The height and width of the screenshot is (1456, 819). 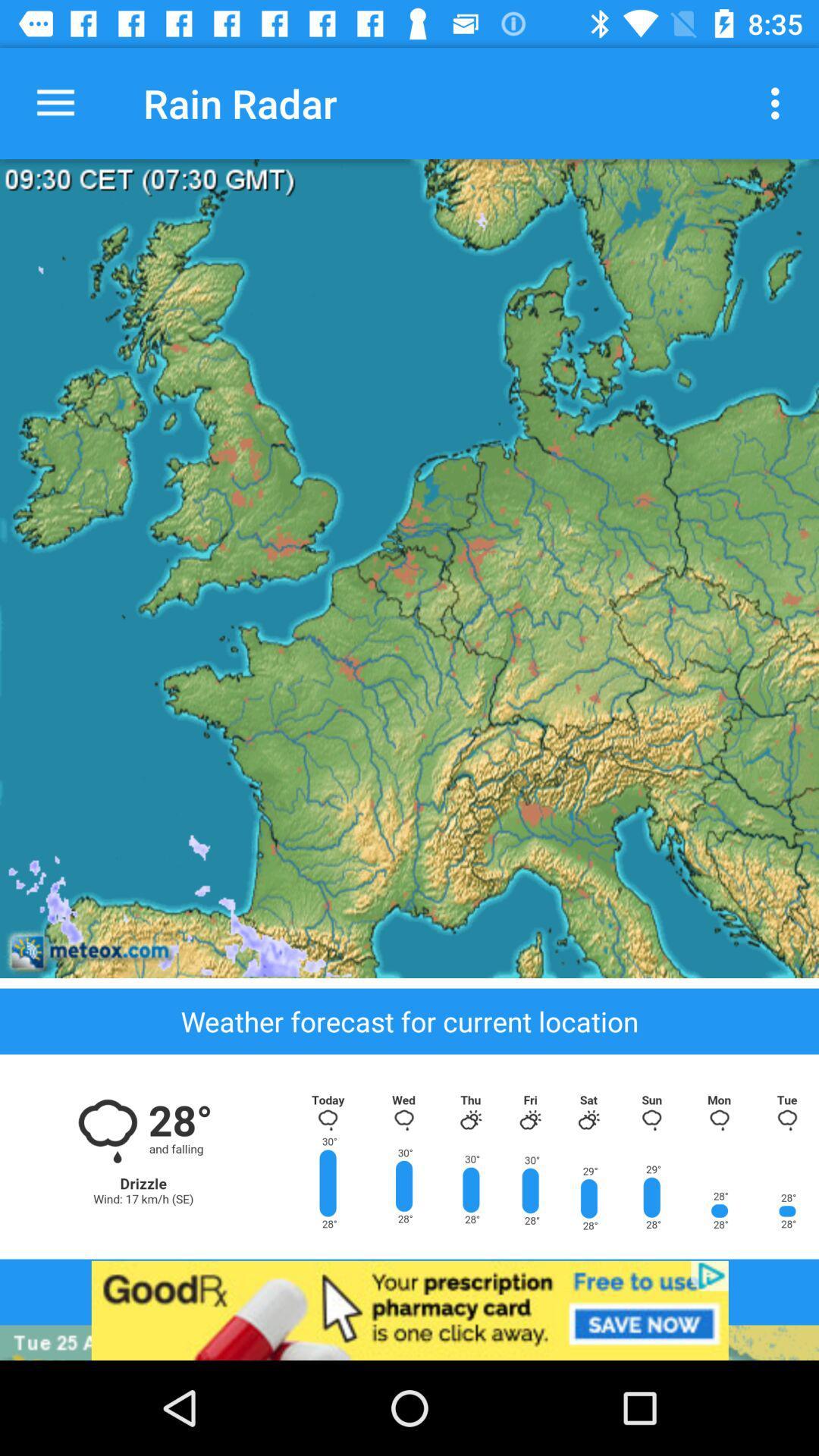 I want to click on description, so click(x=409, y=567).